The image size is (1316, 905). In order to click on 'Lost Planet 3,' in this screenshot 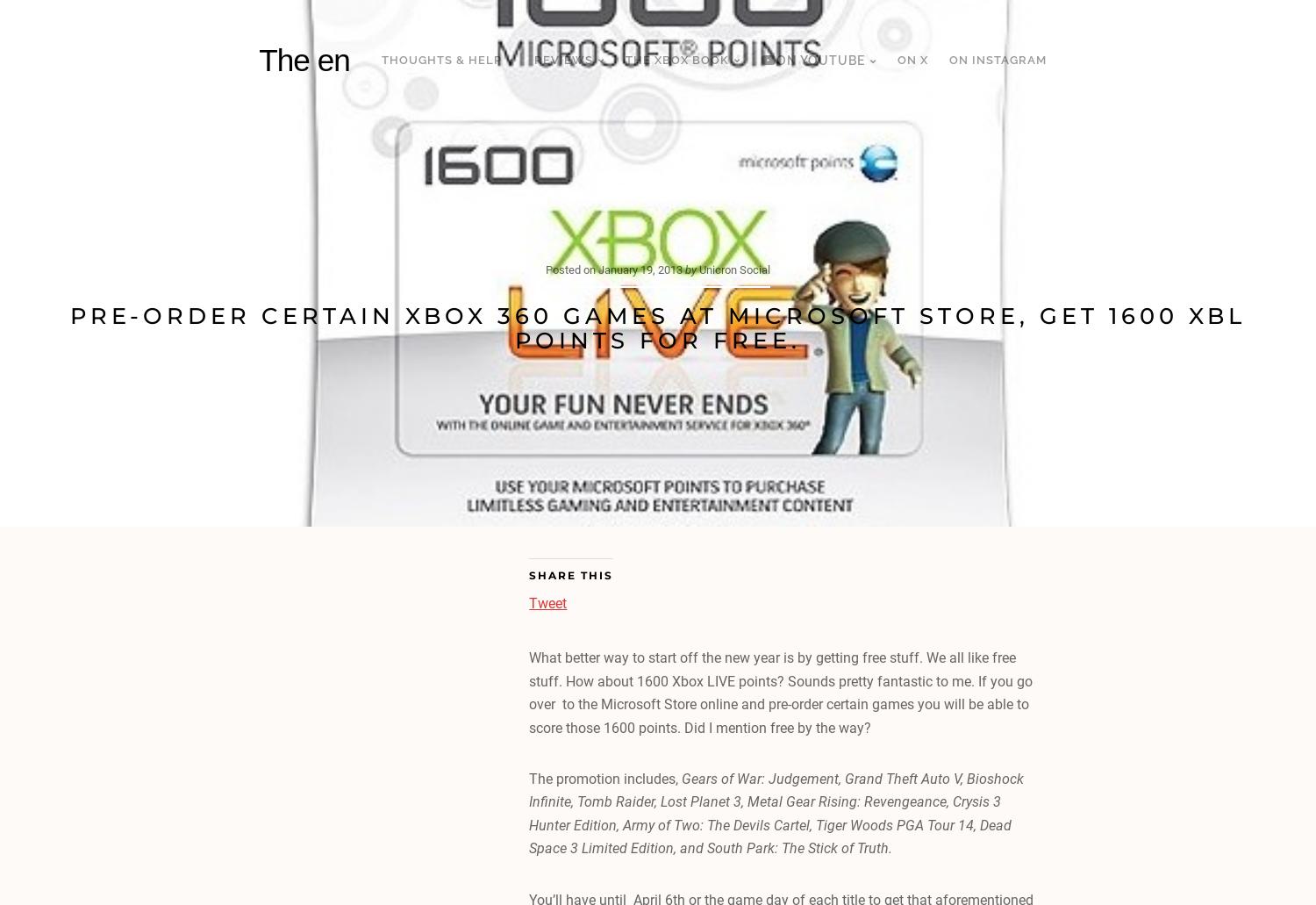, I will do `click(704, 801)`.